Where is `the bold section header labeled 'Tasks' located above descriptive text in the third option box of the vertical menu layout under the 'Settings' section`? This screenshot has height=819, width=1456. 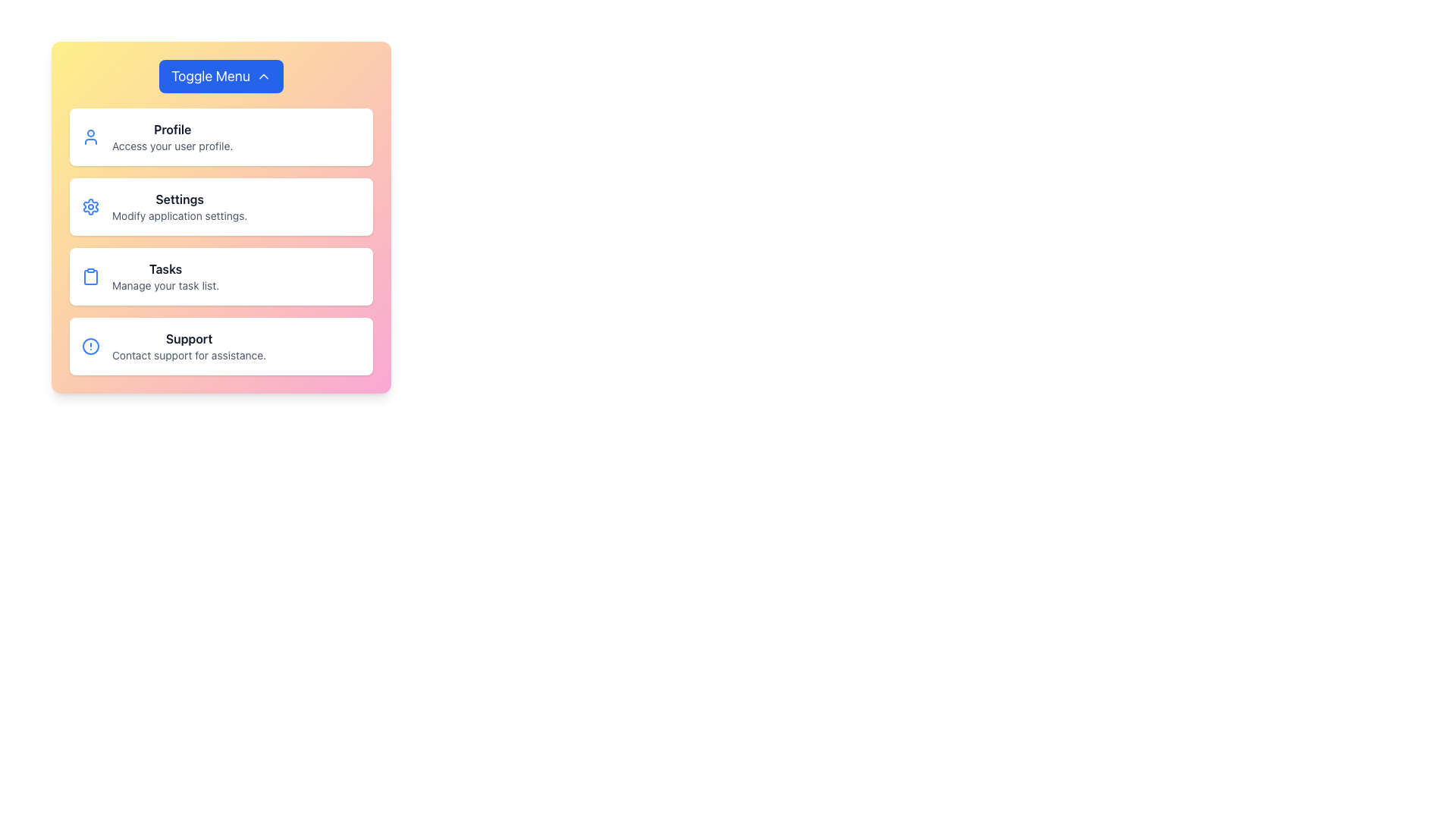
the bold section header labeled 'Tasks' located above descriptive text in the third option box of the vertical menu layout under the 'Settings' section is located at coordinates (165, 268).